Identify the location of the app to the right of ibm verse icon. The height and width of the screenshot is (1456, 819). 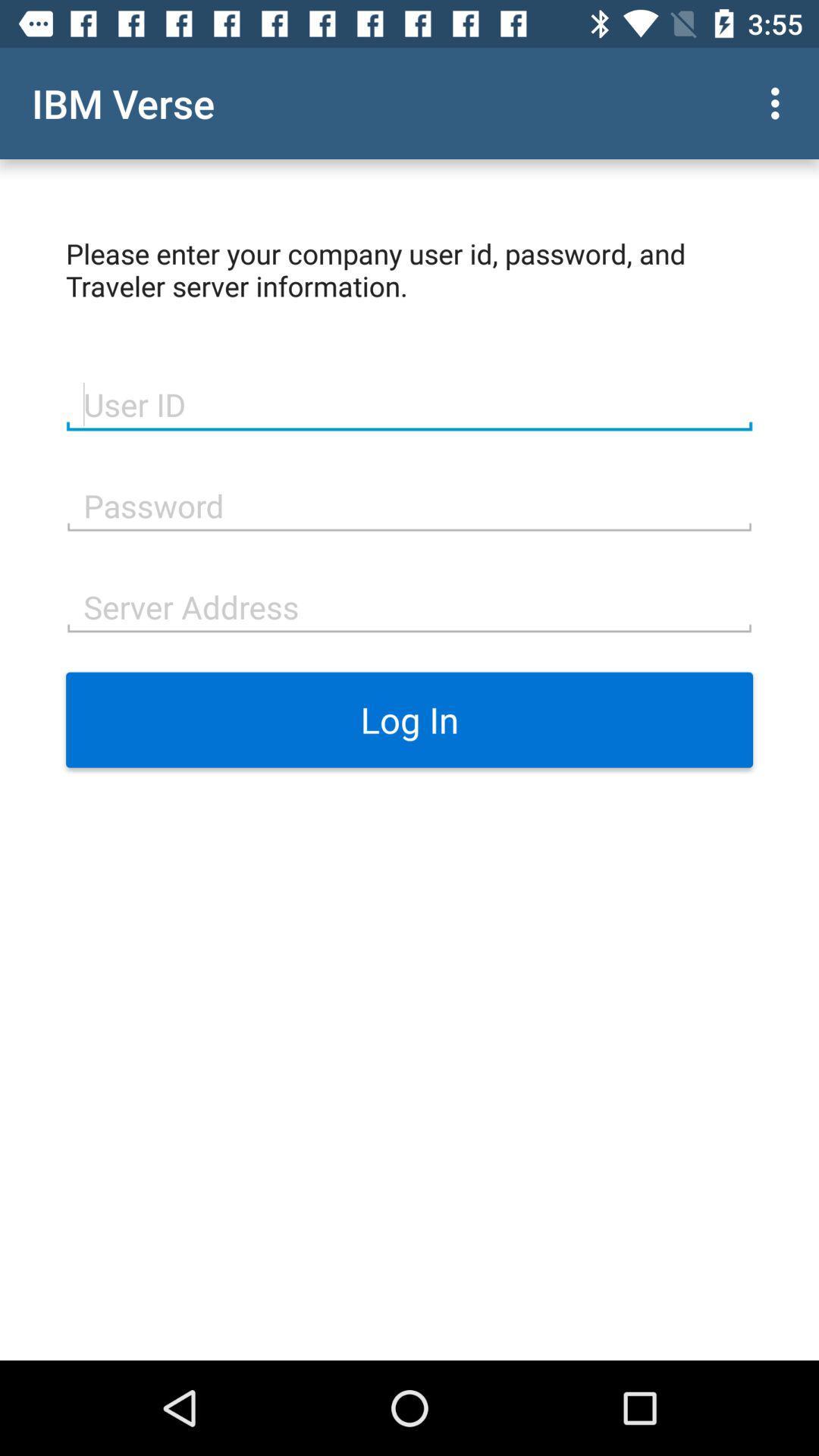
(779, 102).